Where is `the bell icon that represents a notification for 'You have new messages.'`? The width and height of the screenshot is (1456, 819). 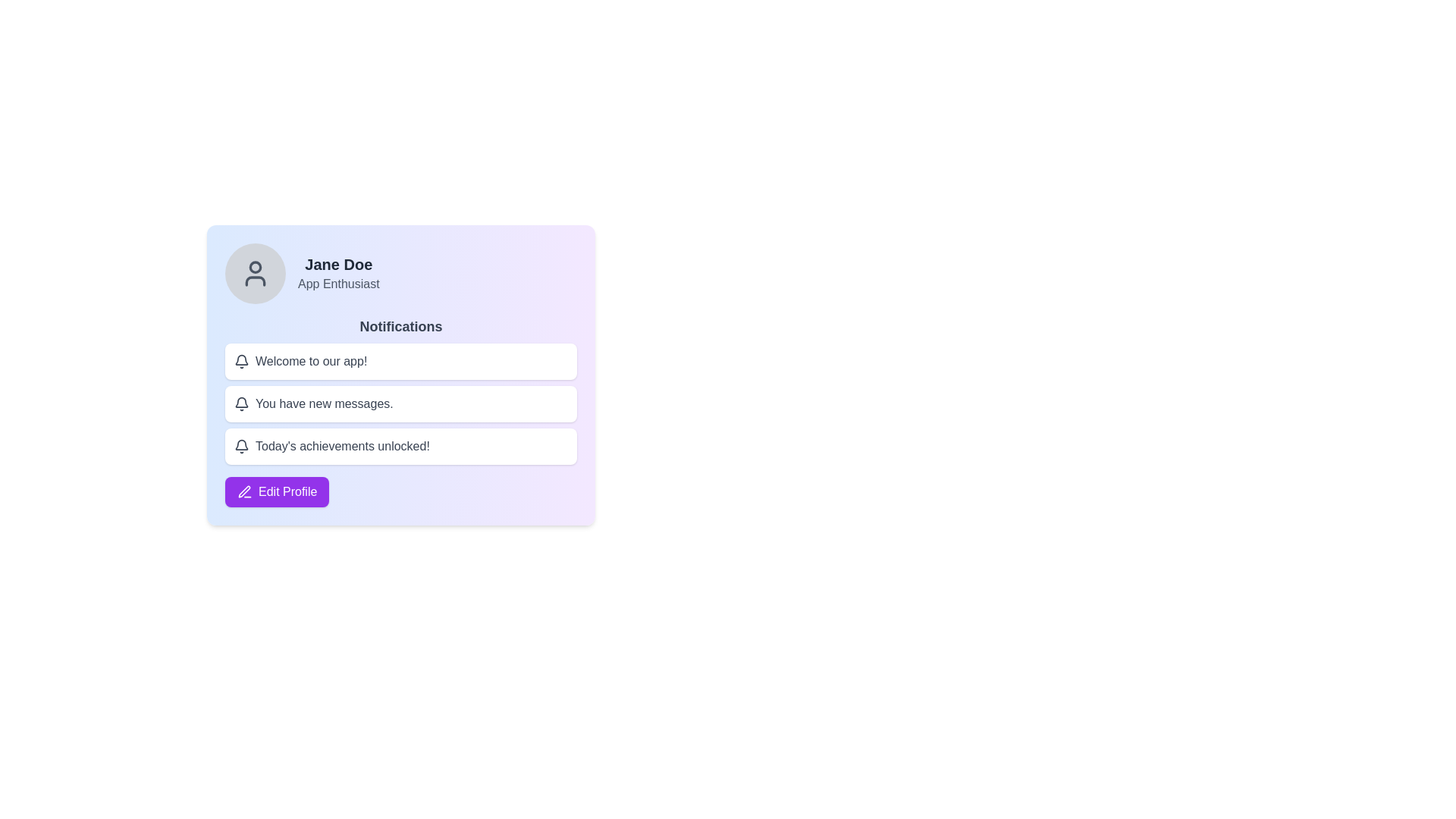 the bell icon that represents a notification for 'You have new messages.' is located at coordinates (240, 359).